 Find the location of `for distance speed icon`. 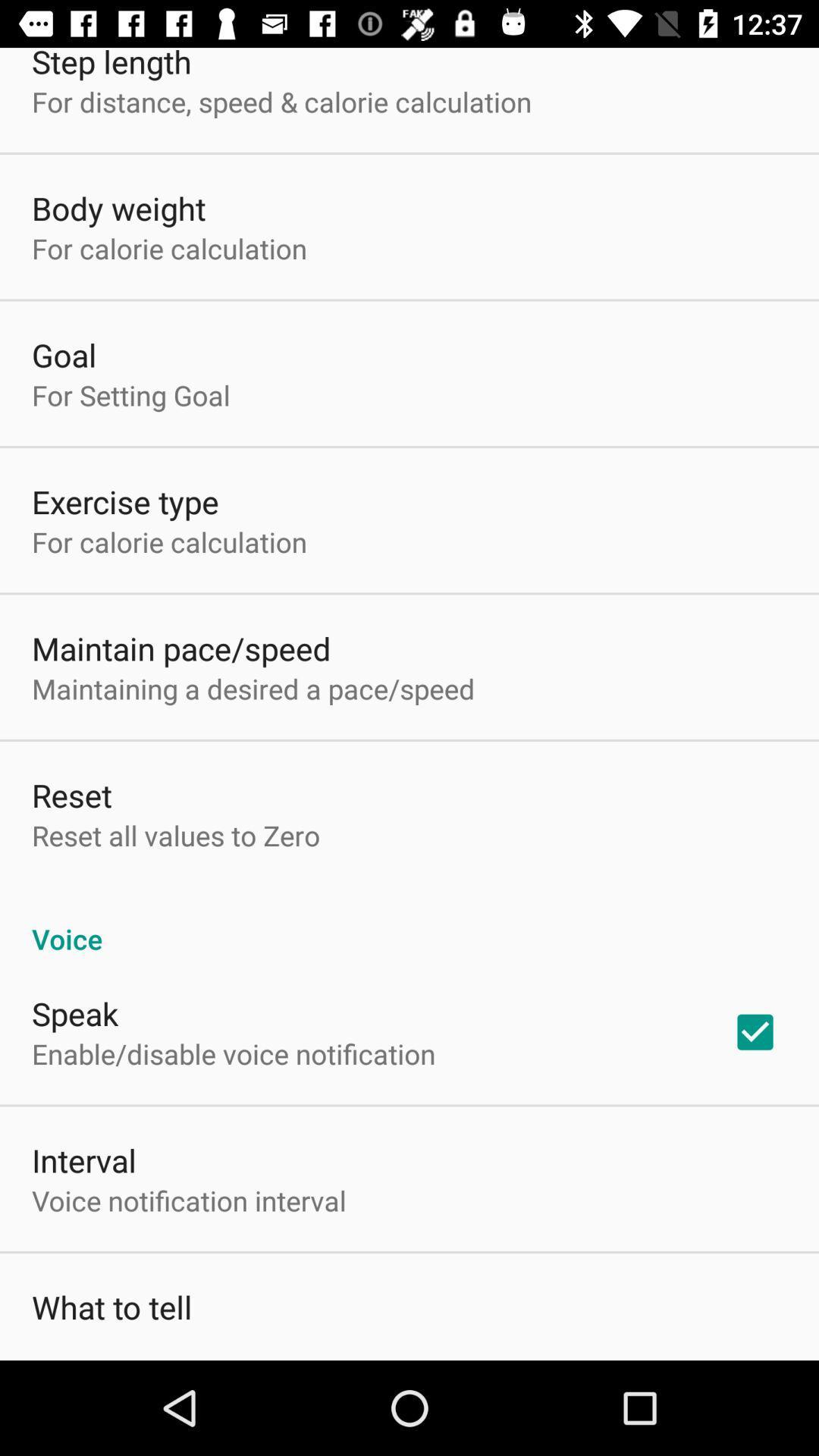

for distance speed icon is located at coordinates (281, 101).